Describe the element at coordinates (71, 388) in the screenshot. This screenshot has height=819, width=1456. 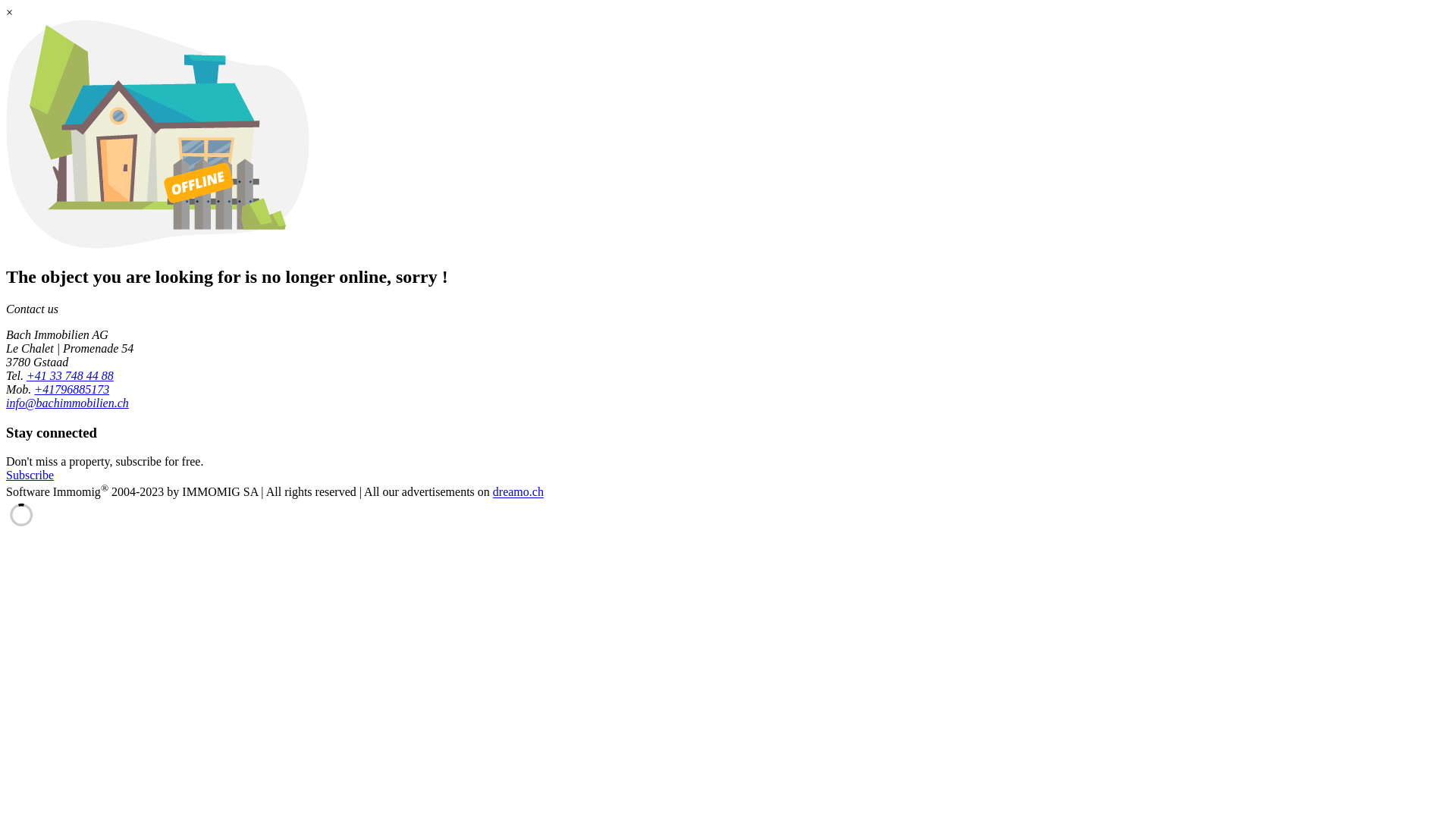
I see `'+41796885173'` at that location.